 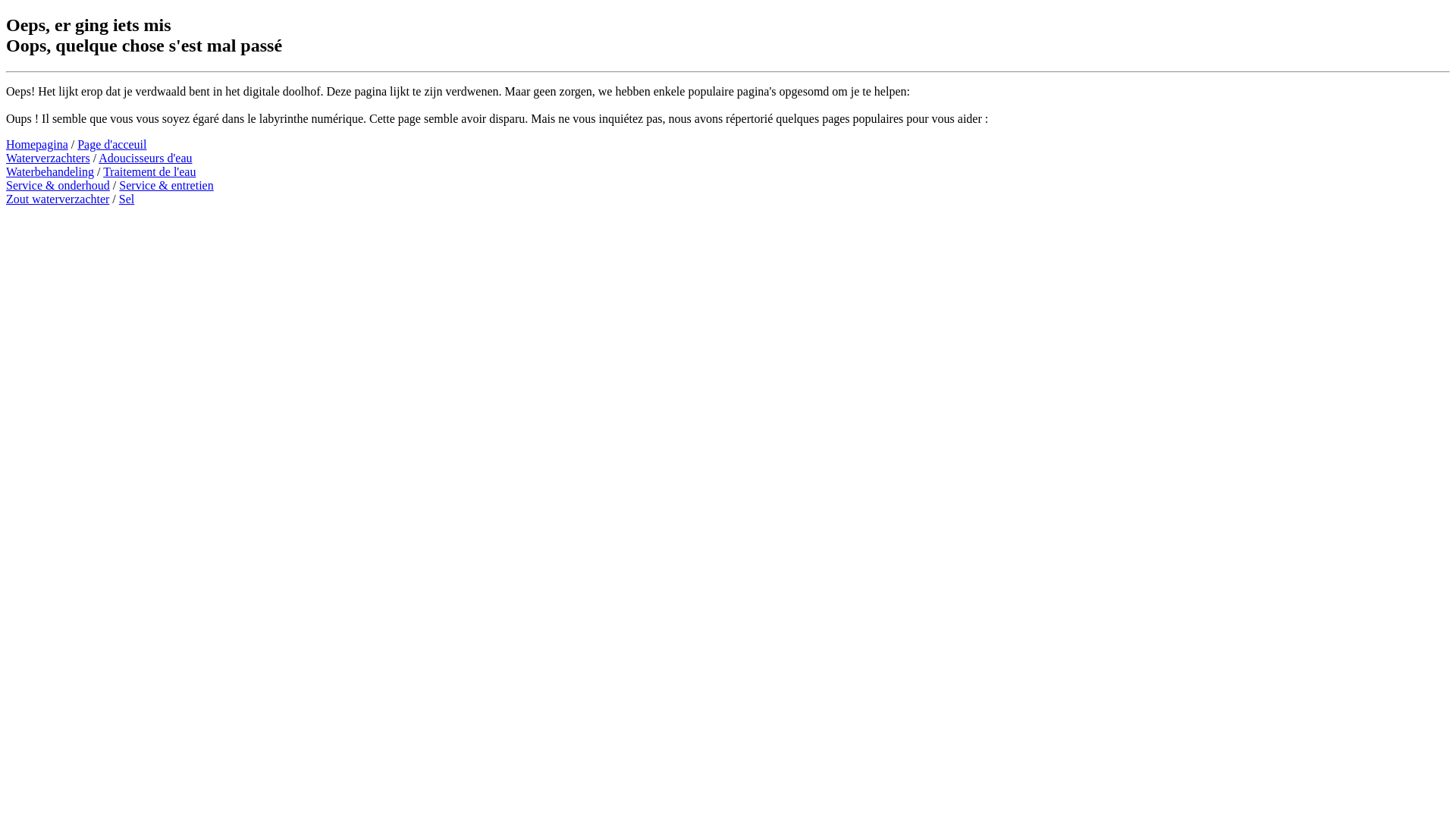 I want to click on 'Page d'acceuil', so click(x=111, y=144).